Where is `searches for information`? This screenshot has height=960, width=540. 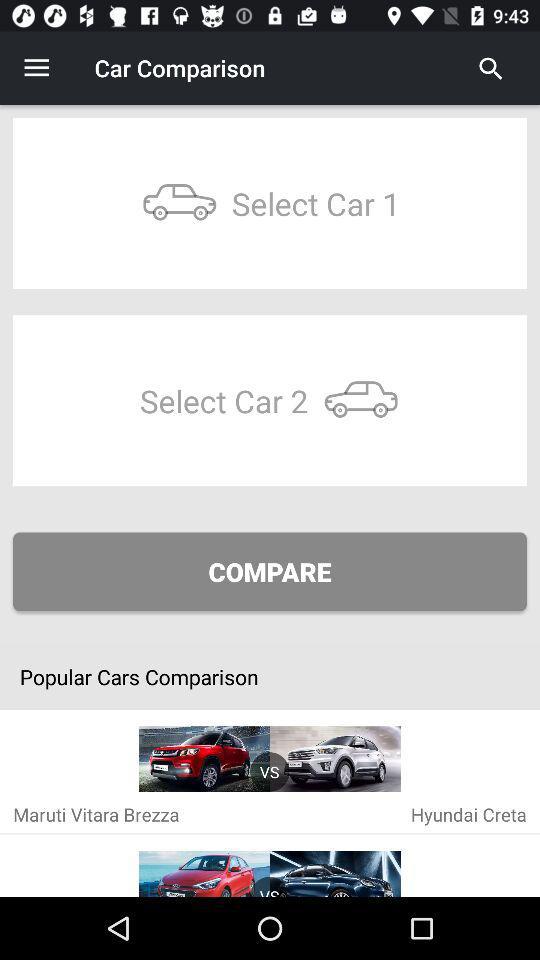 searches for information is located at coordinates (490, 68).